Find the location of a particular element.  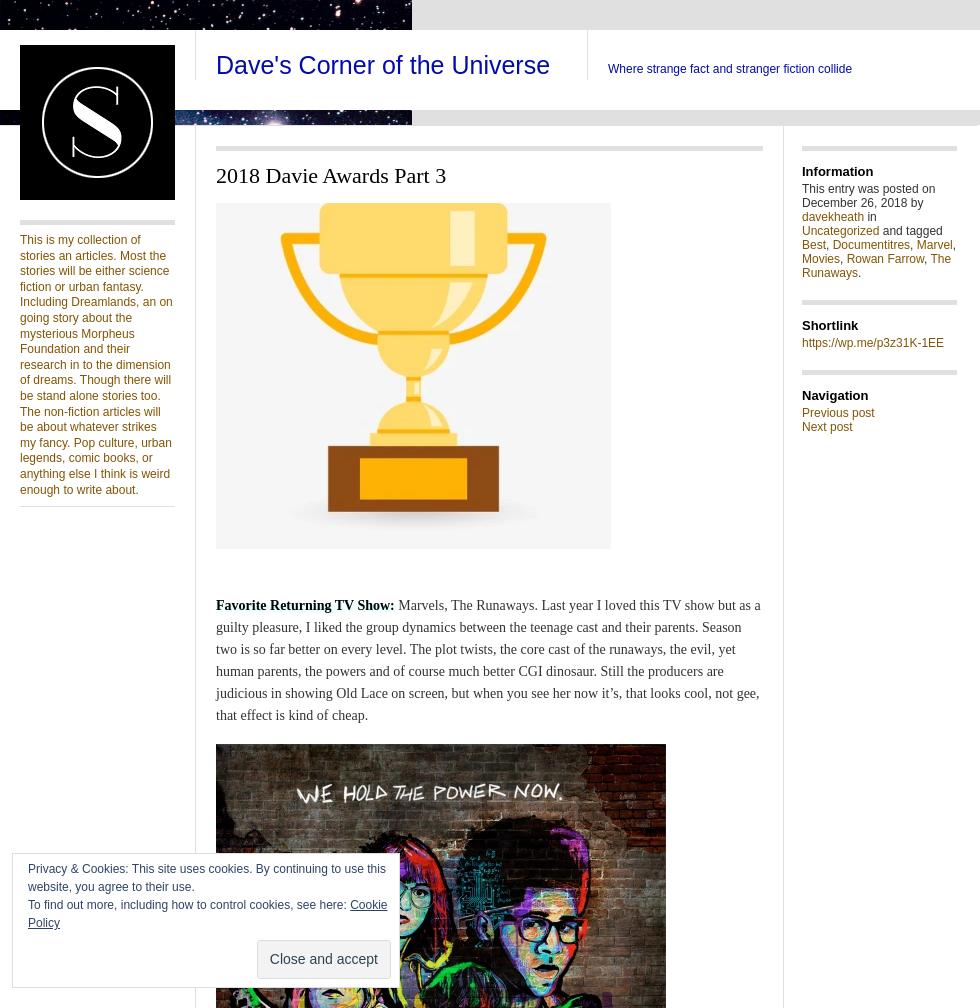

'This entry was posted on December 26, 2018 by' is located at coordinates (868, 195).